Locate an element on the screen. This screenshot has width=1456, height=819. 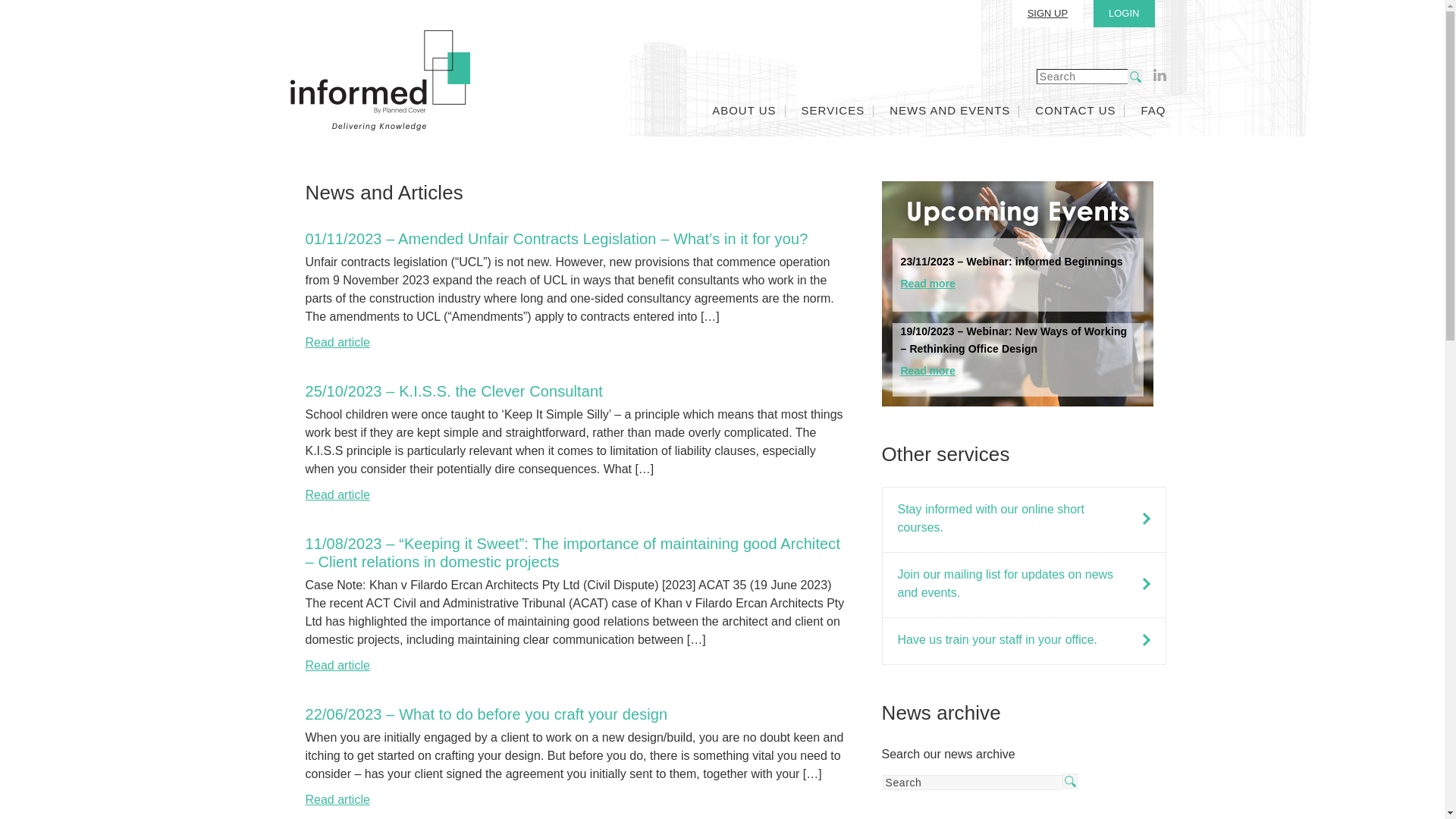
'Join our mailing list for updates on news and events.' is located at coordinates (1015, 584).